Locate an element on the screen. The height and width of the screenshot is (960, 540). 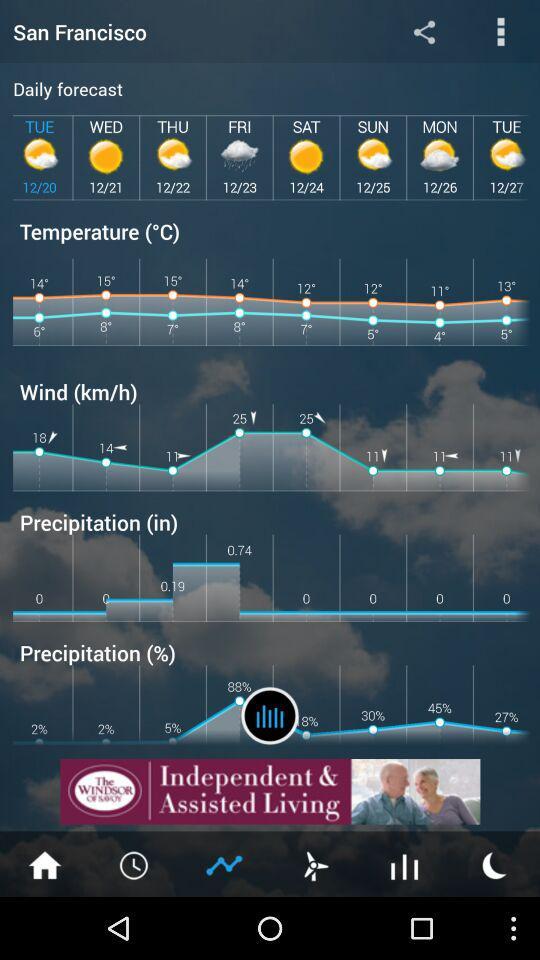
share the data is located at coordinates (423, 30).